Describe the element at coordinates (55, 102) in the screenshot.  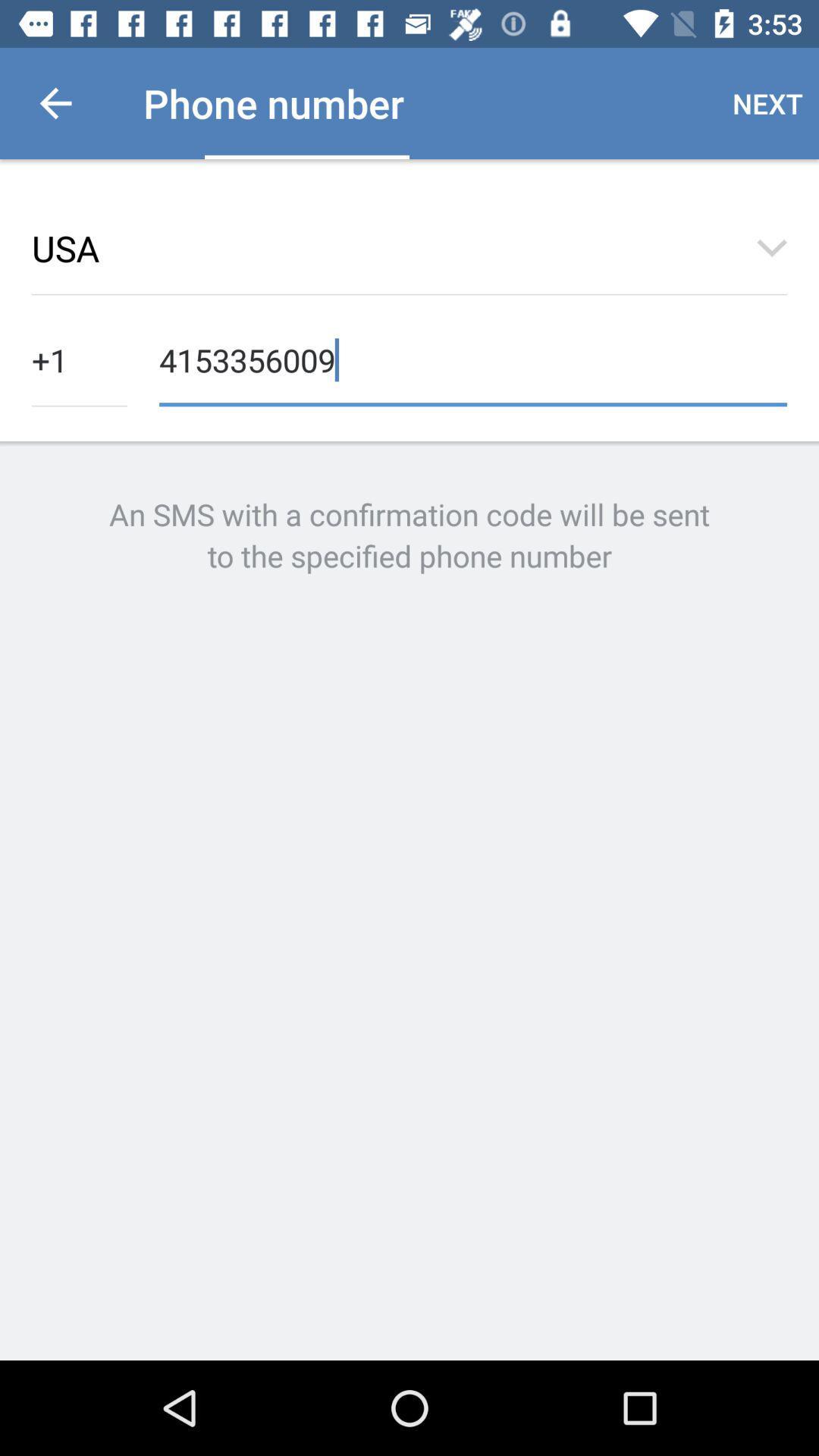
I see `the icon above usa` at that location.